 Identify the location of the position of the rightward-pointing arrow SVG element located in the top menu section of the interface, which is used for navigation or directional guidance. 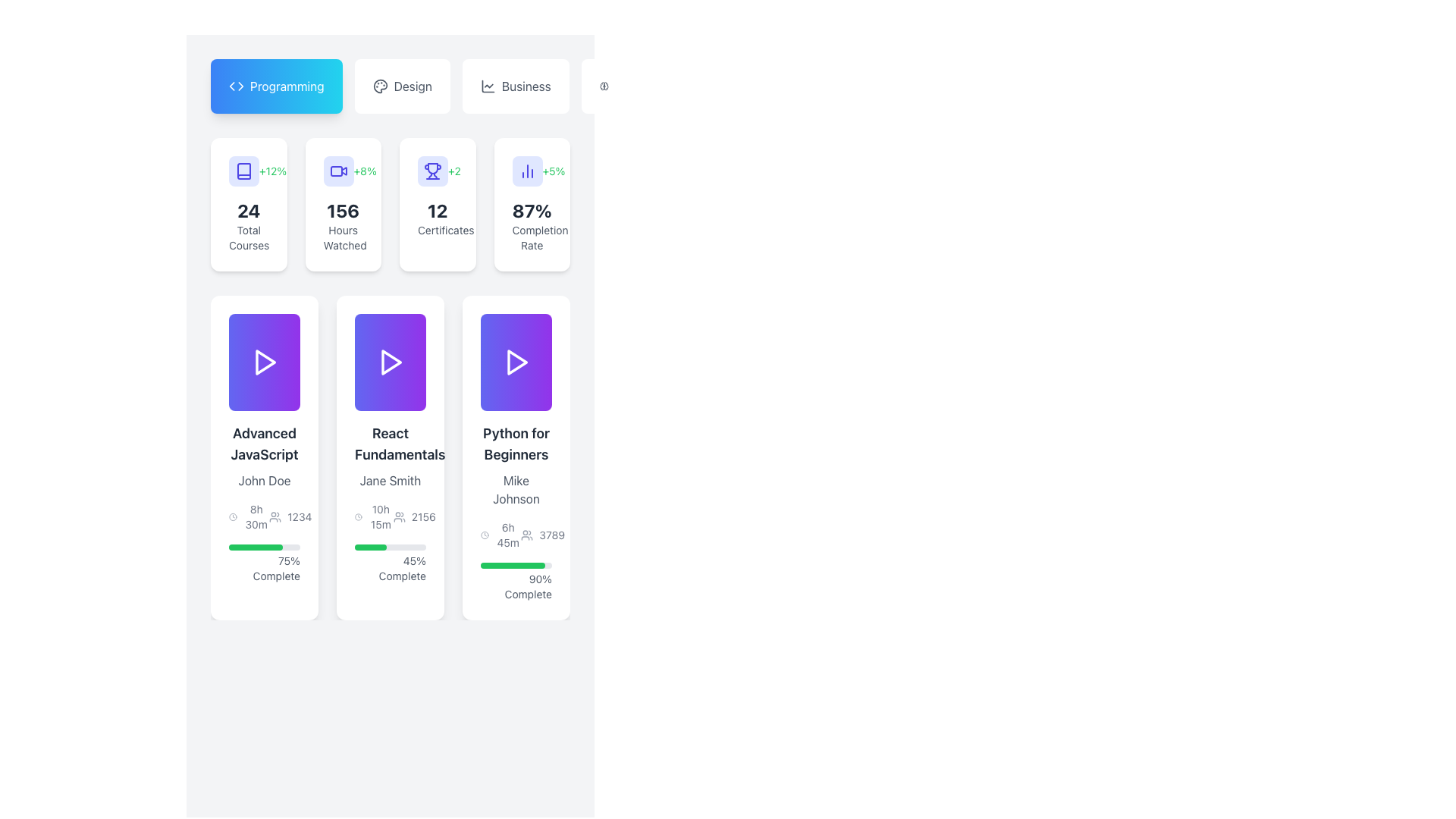
(240, 86).